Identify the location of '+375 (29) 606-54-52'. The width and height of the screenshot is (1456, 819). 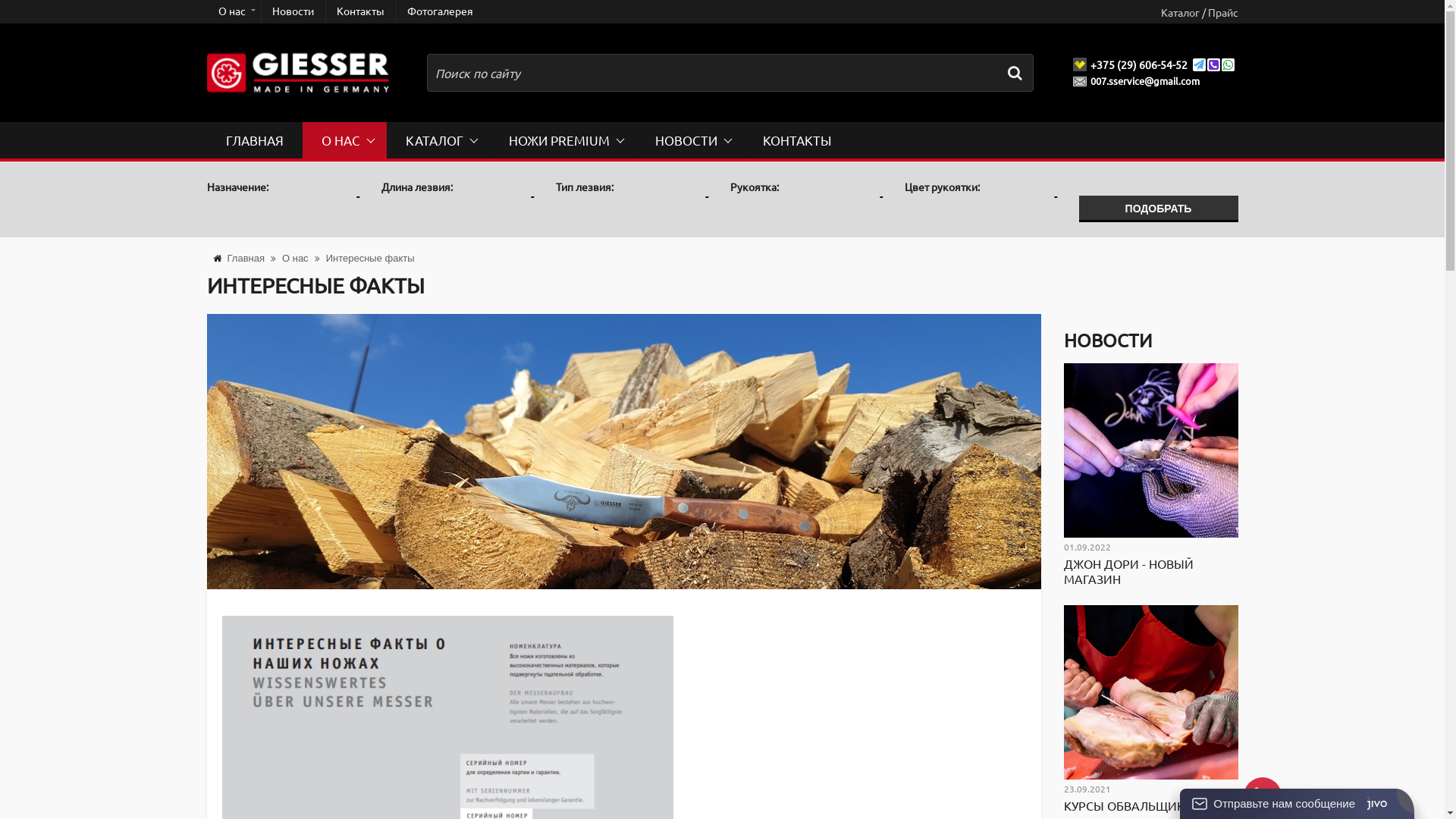
(1141, 63).